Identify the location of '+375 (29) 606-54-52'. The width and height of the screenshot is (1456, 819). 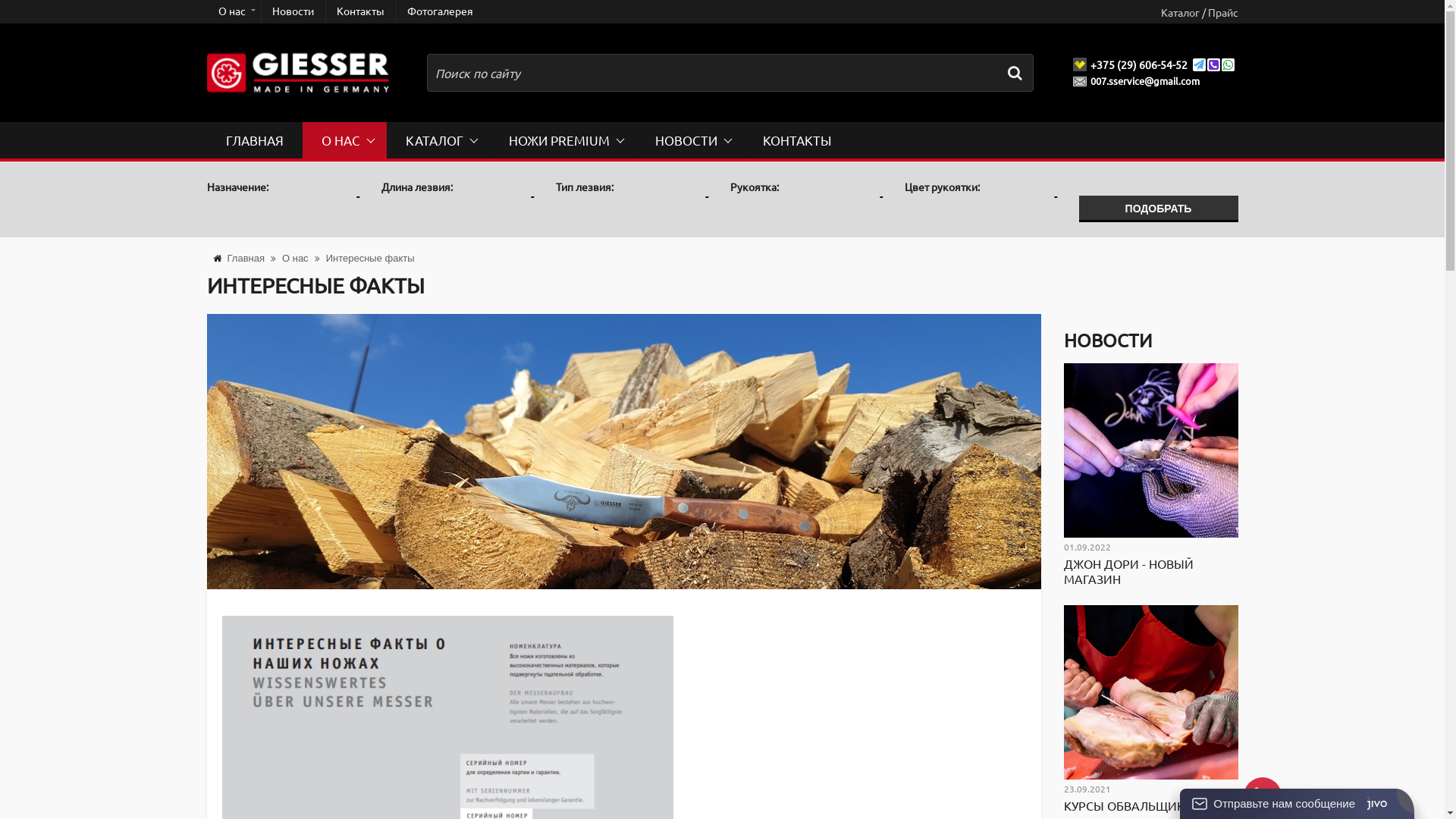
(1141, 63).